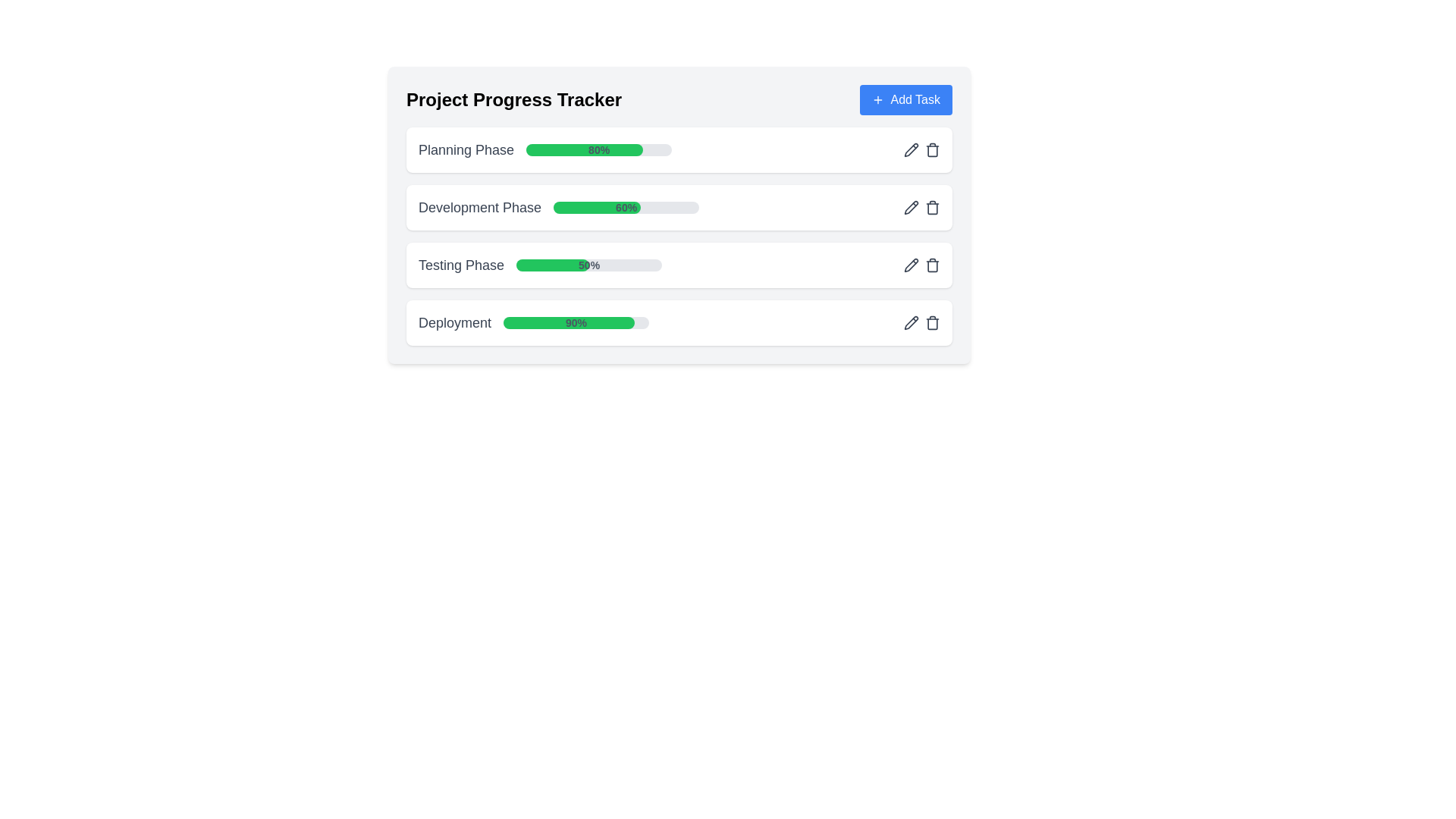 This screenshot has height=819, width=1456. I want to click on the body of the trash can icon, which is the last clickable element in the 'Planning Phase' row, so click(931, 151).